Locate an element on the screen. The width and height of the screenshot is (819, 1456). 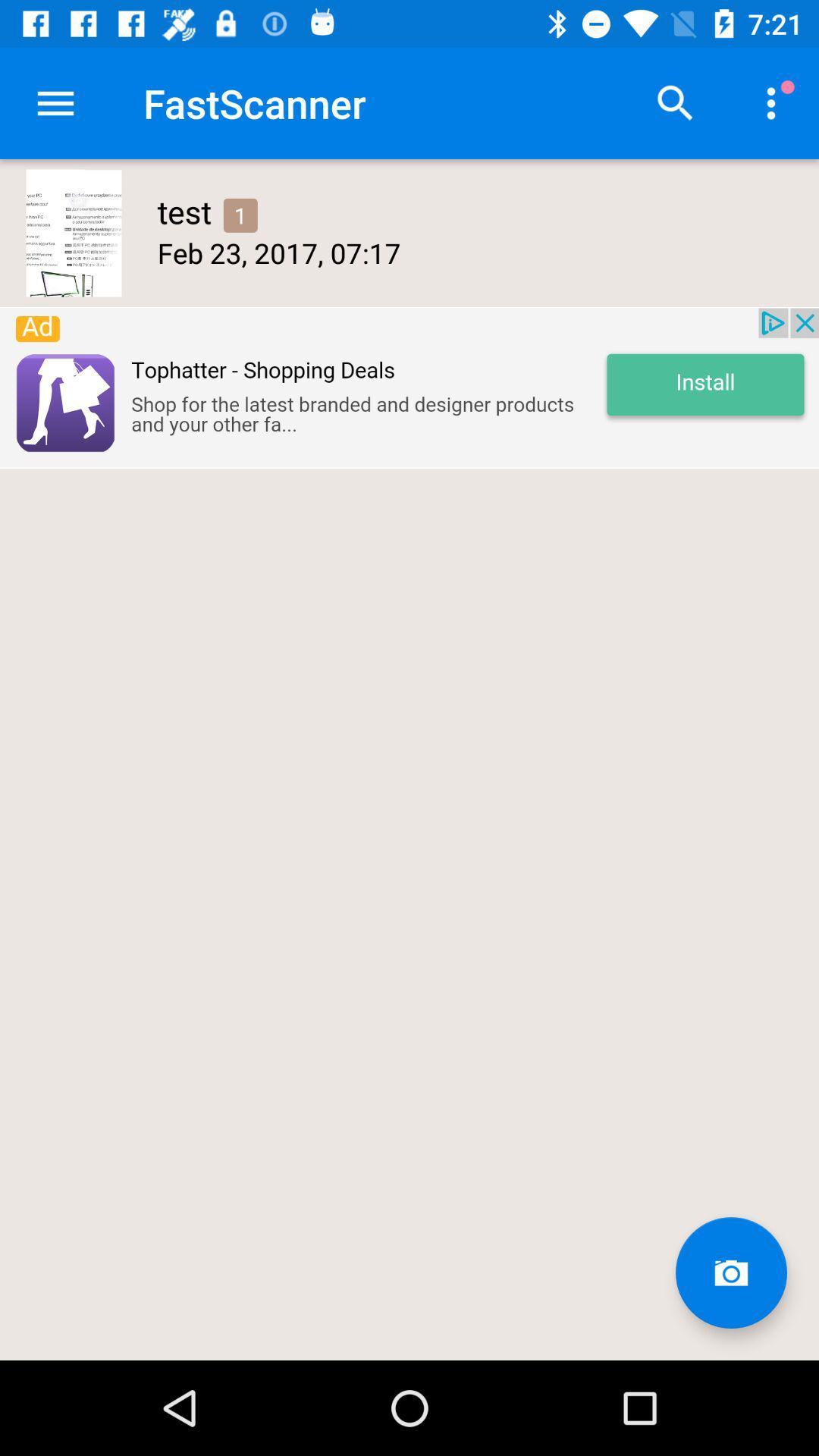
search of the app is located at coordinates (675, 102).